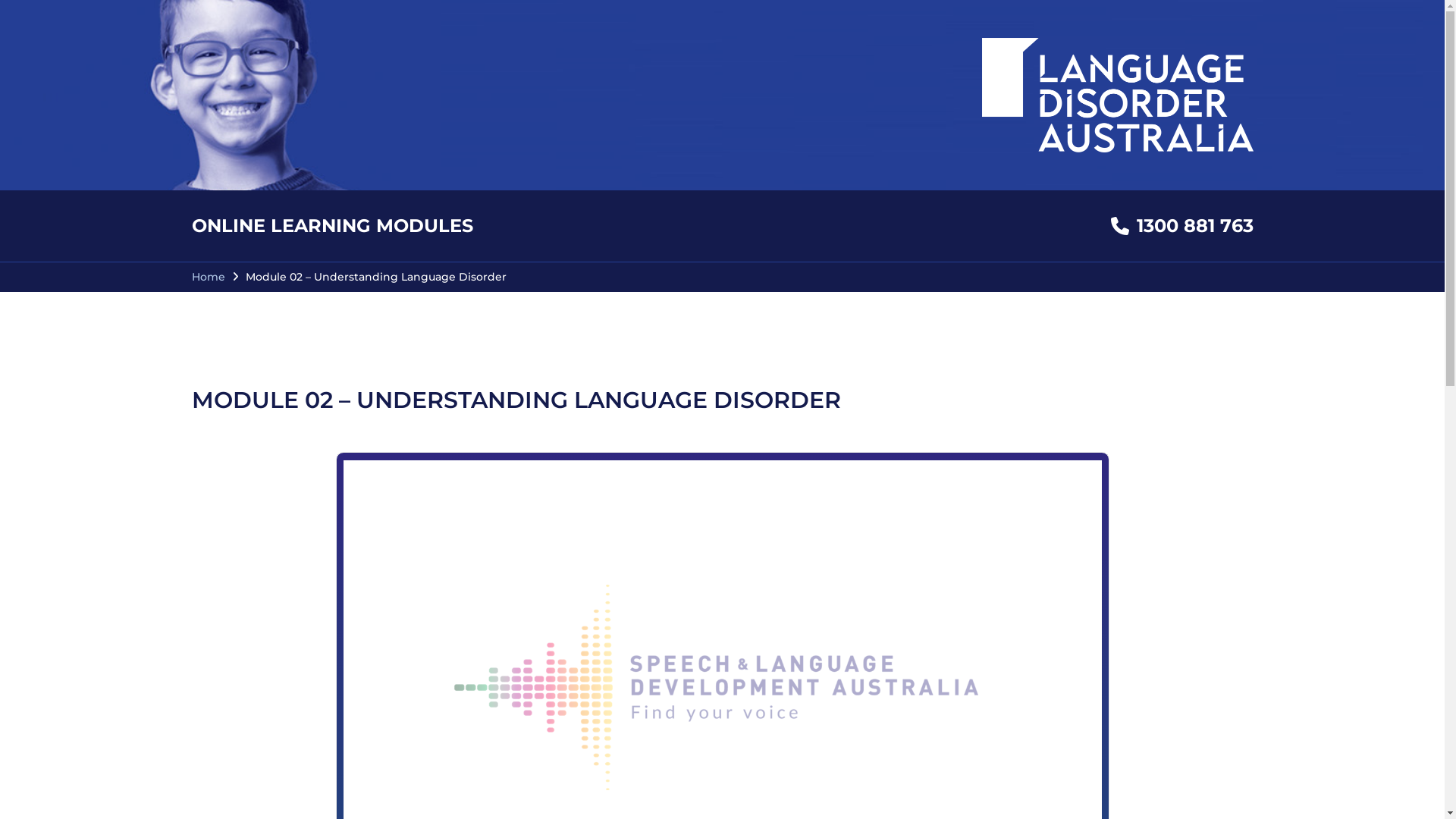  Describe the element at coordinates (1181, 225) in the screenshot. I see `'1300 881 763'` at that location.